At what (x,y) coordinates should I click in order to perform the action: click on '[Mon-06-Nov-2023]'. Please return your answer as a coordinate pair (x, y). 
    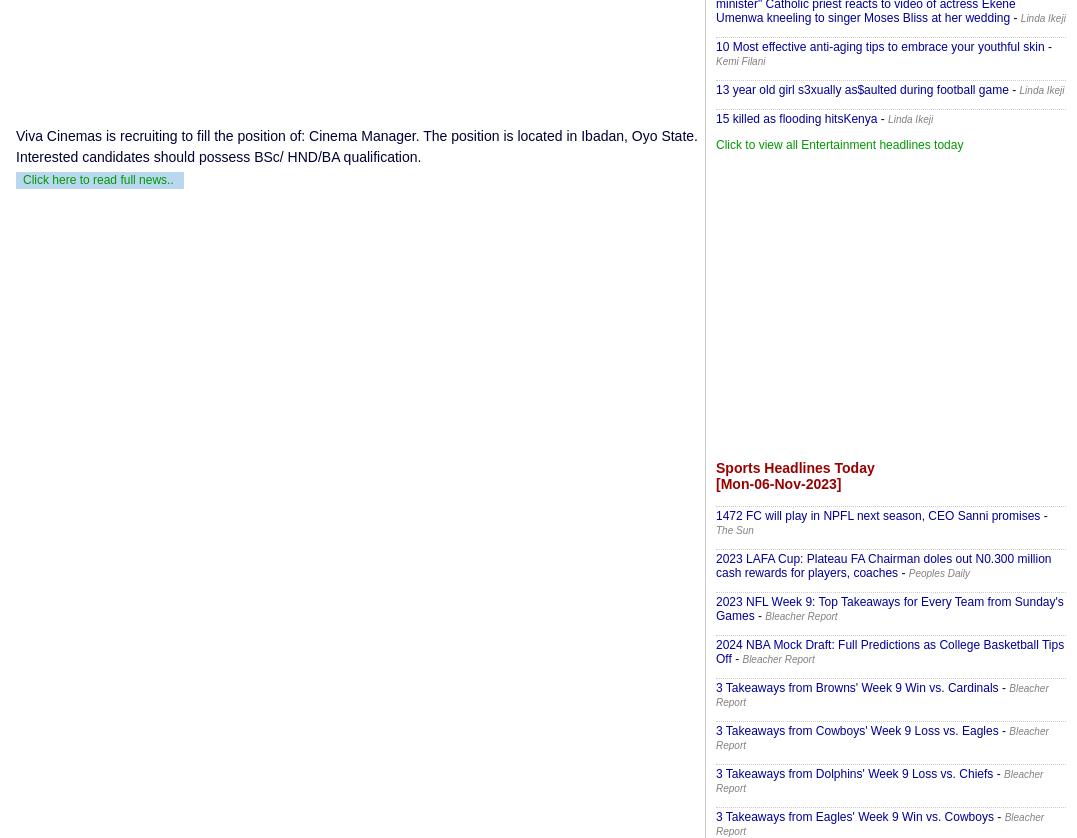
    Looking at the image, I should click on (777, 484).